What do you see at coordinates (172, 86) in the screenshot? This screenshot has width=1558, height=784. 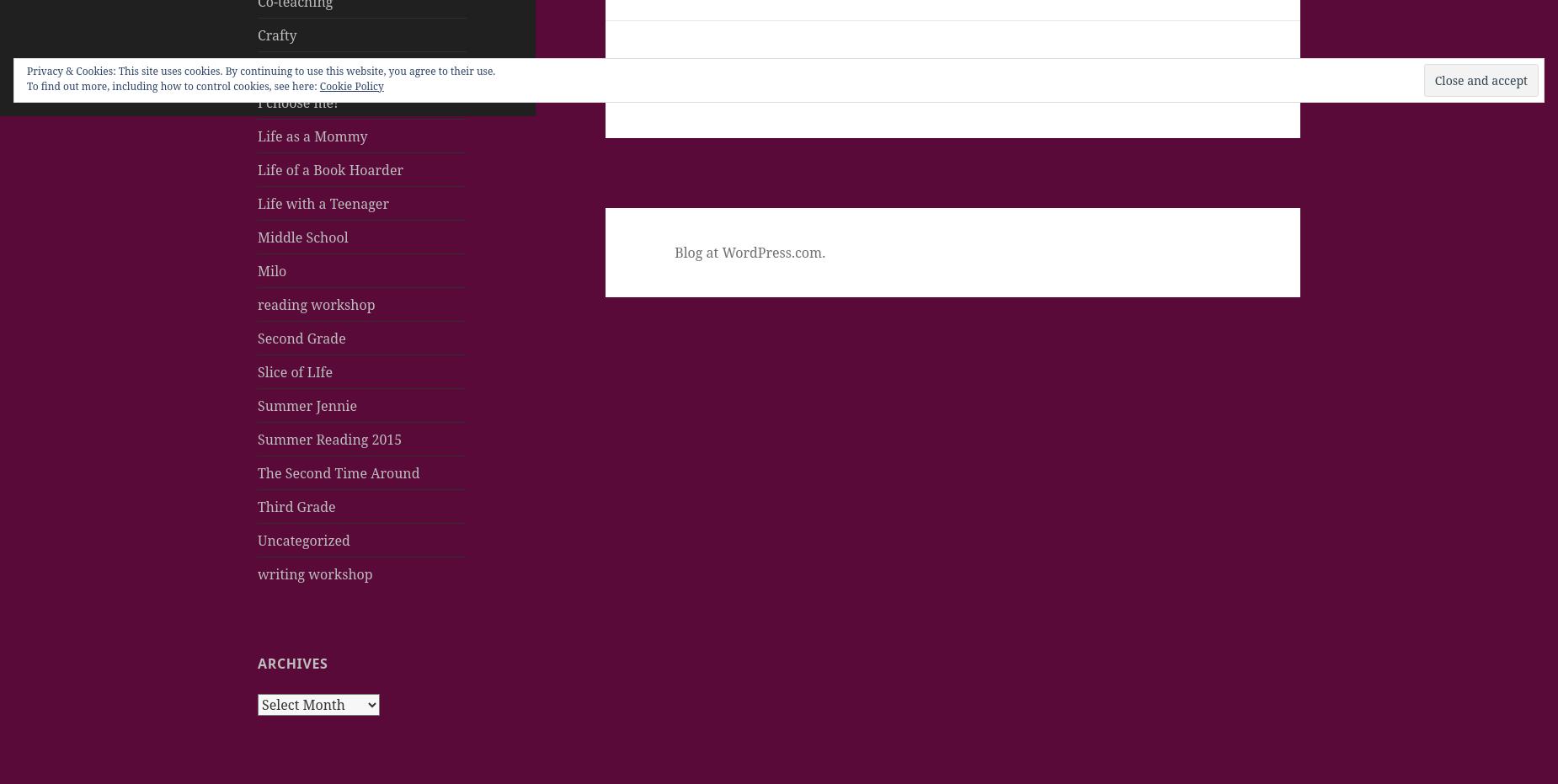 I see `'To find out more, including how to control cookies, see here:'` at bounding box center [172, 86].